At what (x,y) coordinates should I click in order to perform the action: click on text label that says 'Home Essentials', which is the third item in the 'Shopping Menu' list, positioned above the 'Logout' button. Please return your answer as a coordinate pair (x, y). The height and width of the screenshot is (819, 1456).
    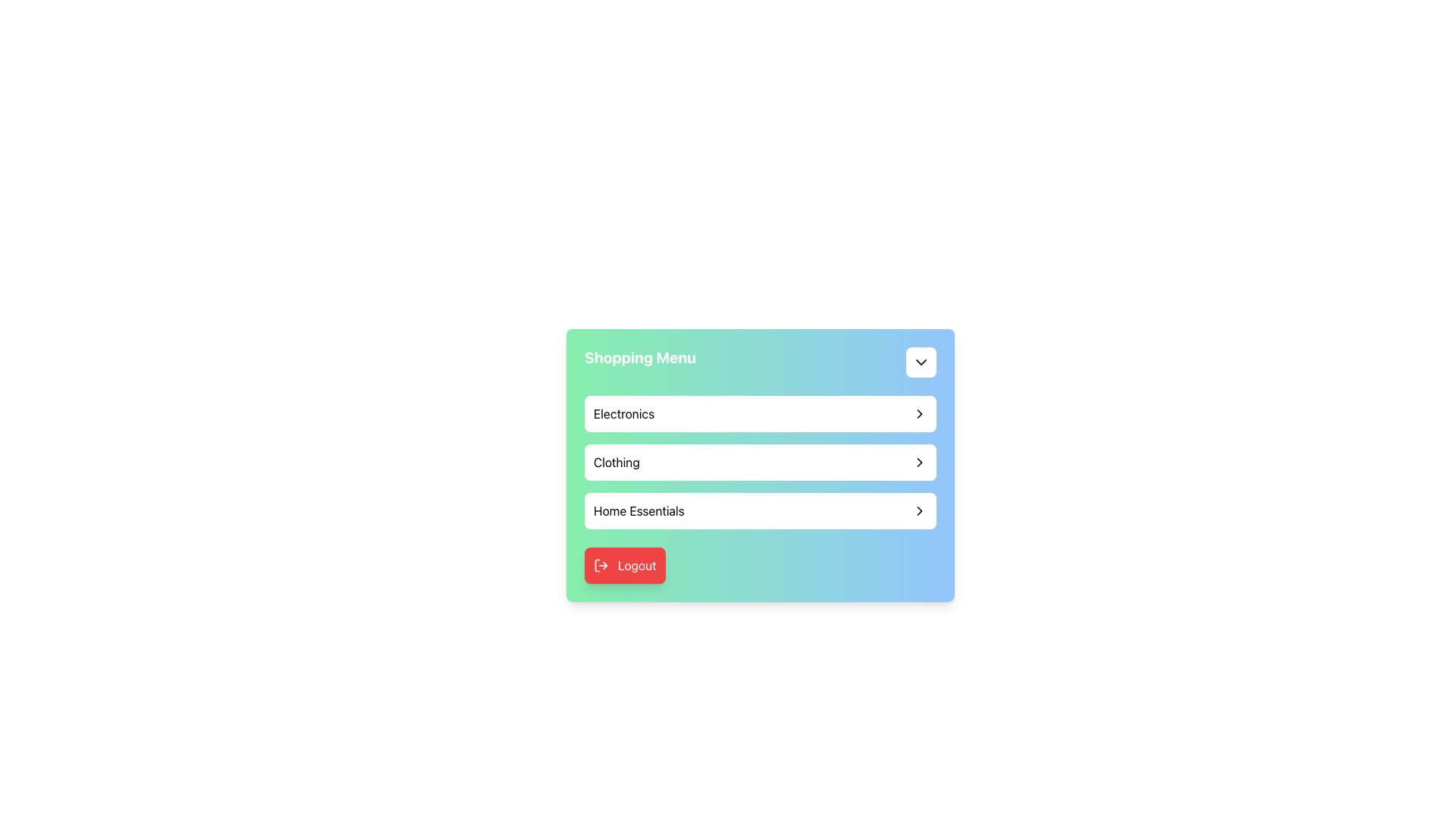
    Looking at the image, I should click on (639, 511).